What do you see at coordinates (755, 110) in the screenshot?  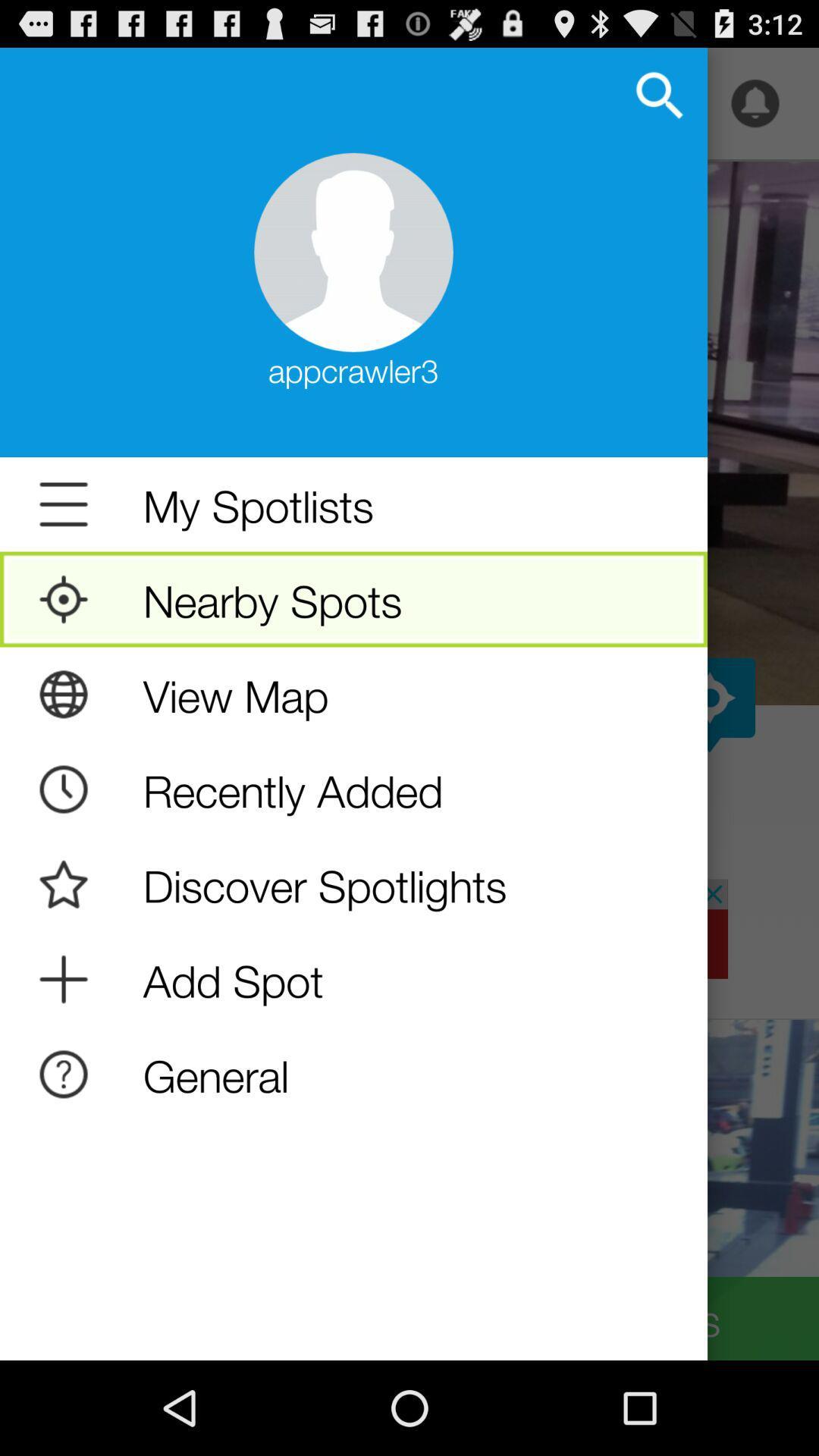 I see `the notifications icon` at bounding box center [755, 110].